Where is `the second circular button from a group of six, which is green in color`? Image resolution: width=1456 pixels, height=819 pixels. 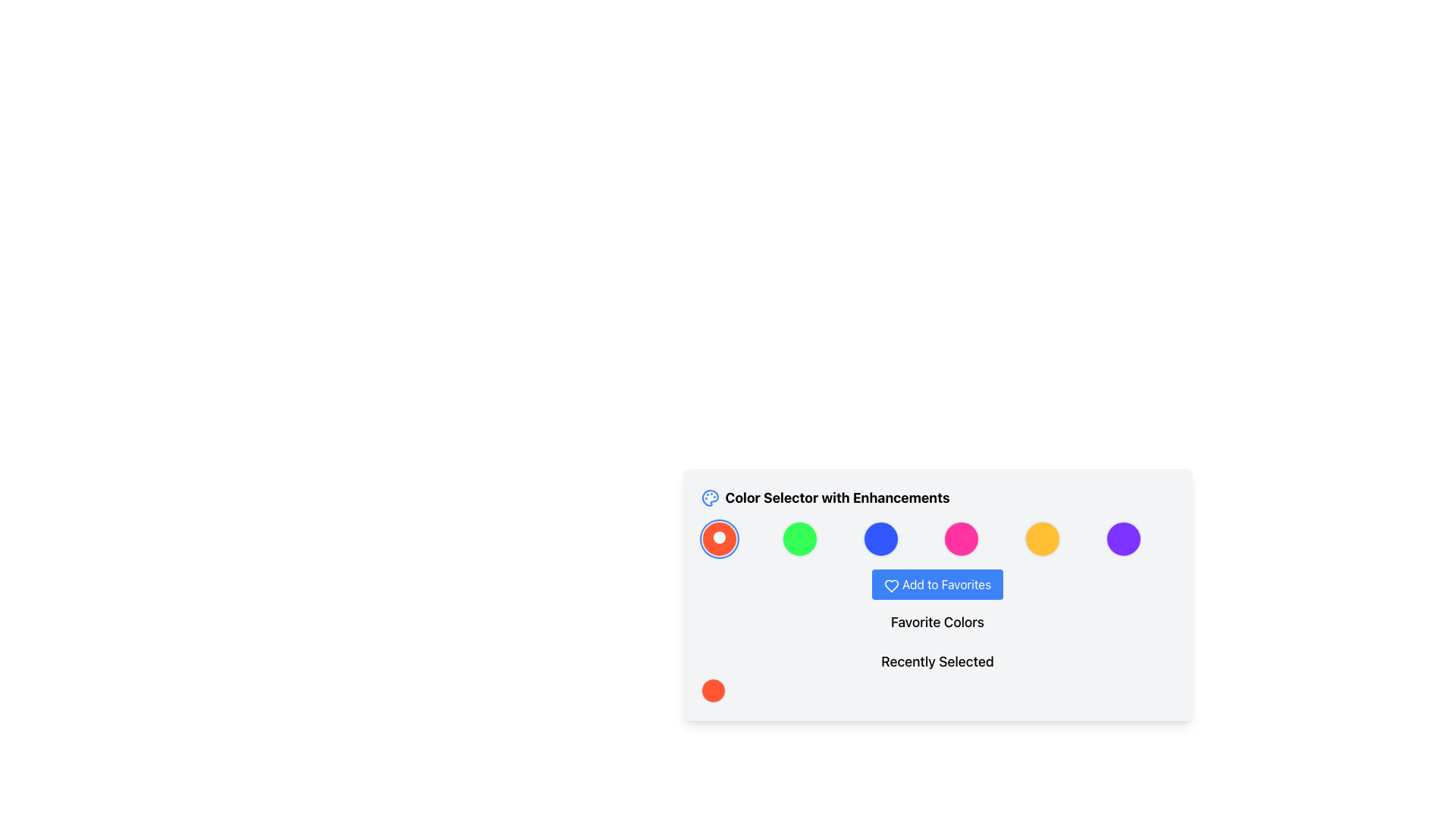 the second circular button from a group of six, which is green in color is located at coordinates (799, 538).